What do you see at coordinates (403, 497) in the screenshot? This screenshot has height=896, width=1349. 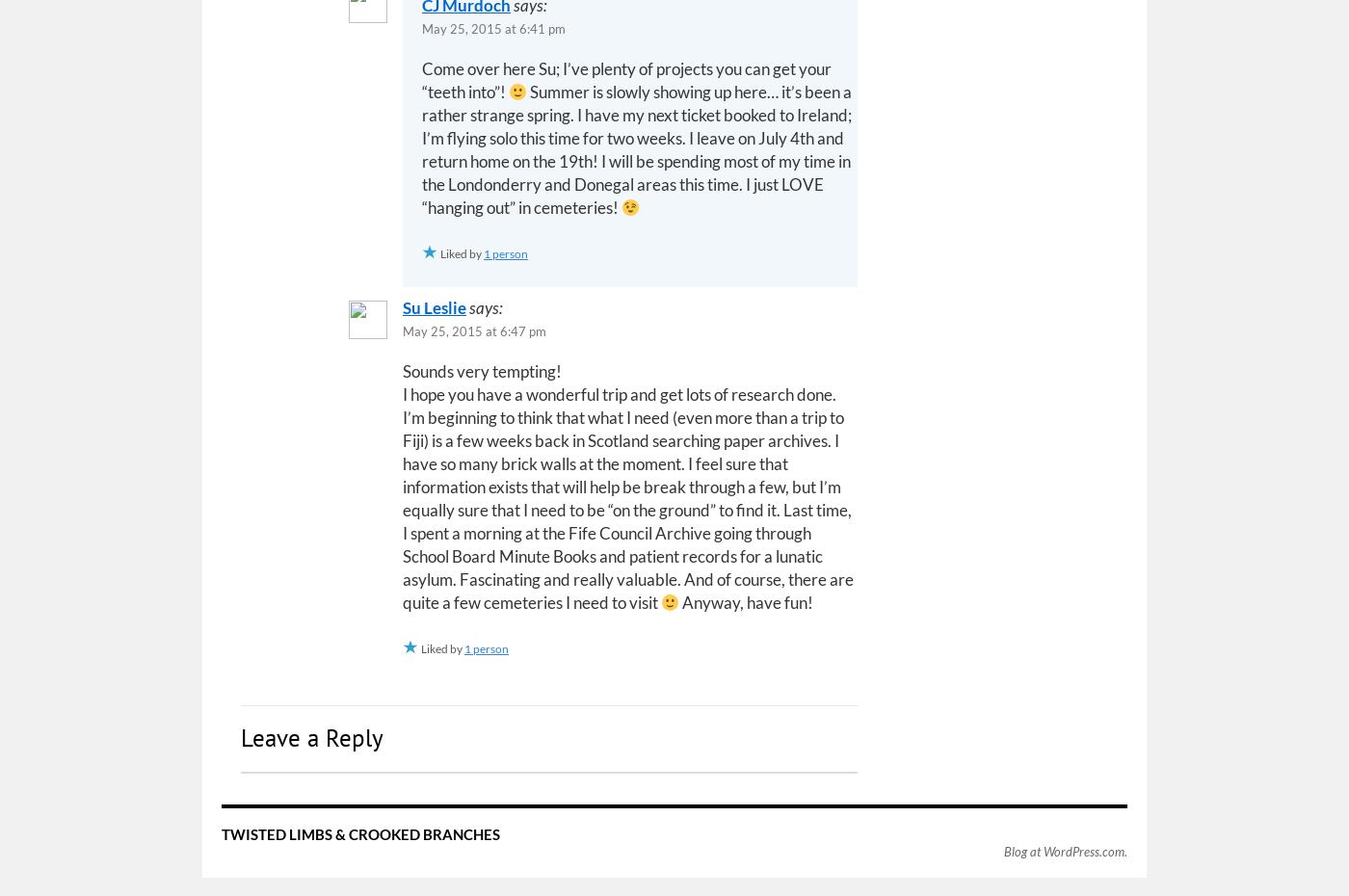 I see `'I hope you have a wonderful trip and get lots of research done. I’m beginning to think that what I need (even more than a trip to Fiji) is a few weeks back in Scotland searching paper archives. I have so many brick walls at the moment. I feel sure that information exists that will help be break through a few, but I’m equally sure that I need to be “on the ground” to find it. Last time, I spent a morning at the Fife Council Archive going through School Board Minute Books and patient records for a lunatic asylum. Fascinating and really valuable. And of course, there are quite a few cemeteries I need to visit'` at bounding box center [403, 497].